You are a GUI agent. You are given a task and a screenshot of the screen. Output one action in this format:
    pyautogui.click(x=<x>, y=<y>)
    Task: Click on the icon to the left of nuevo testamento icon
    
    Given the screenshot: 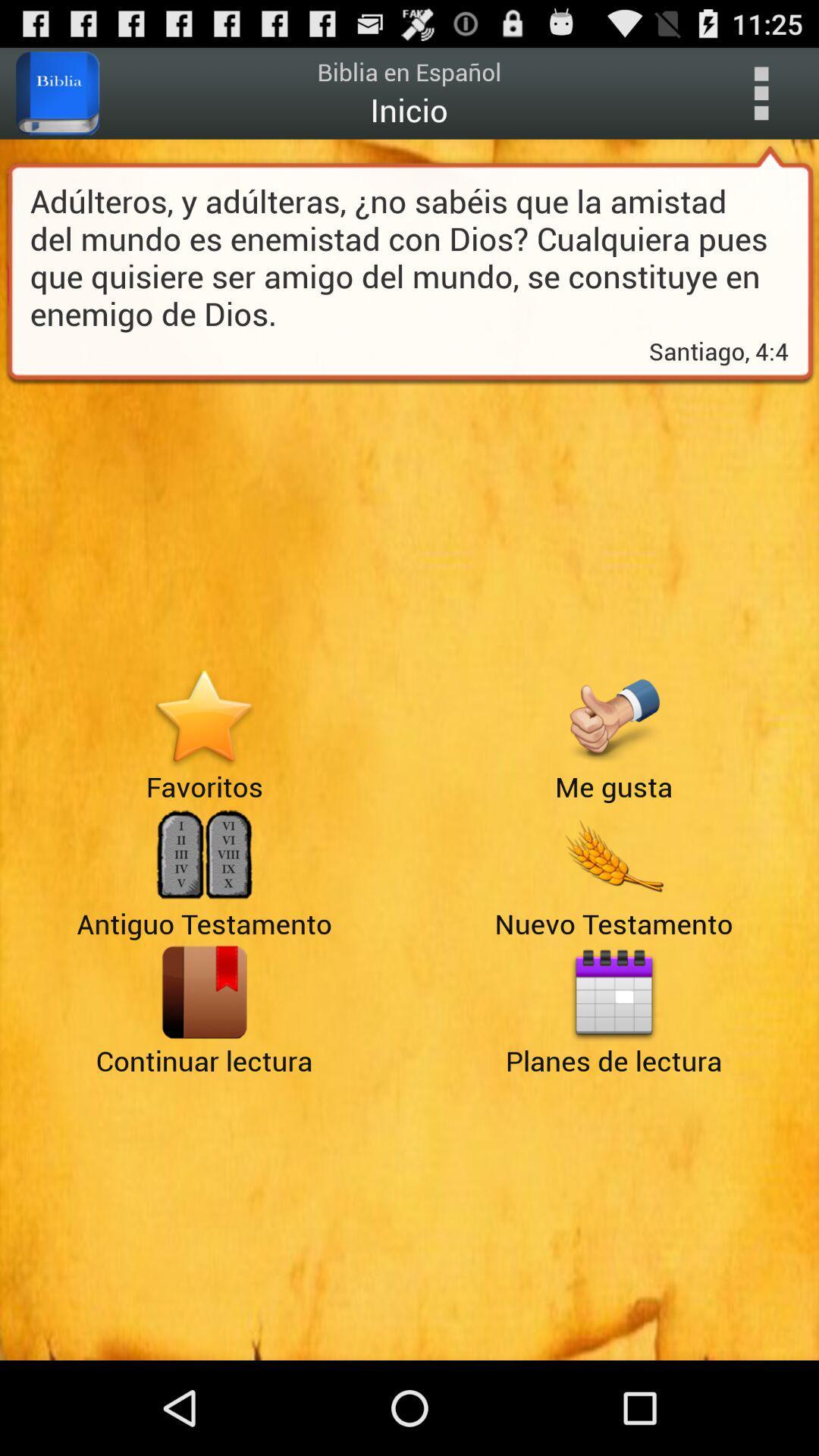 What is the action you would take?
    pyautogui.click(x=203, y=992)
    